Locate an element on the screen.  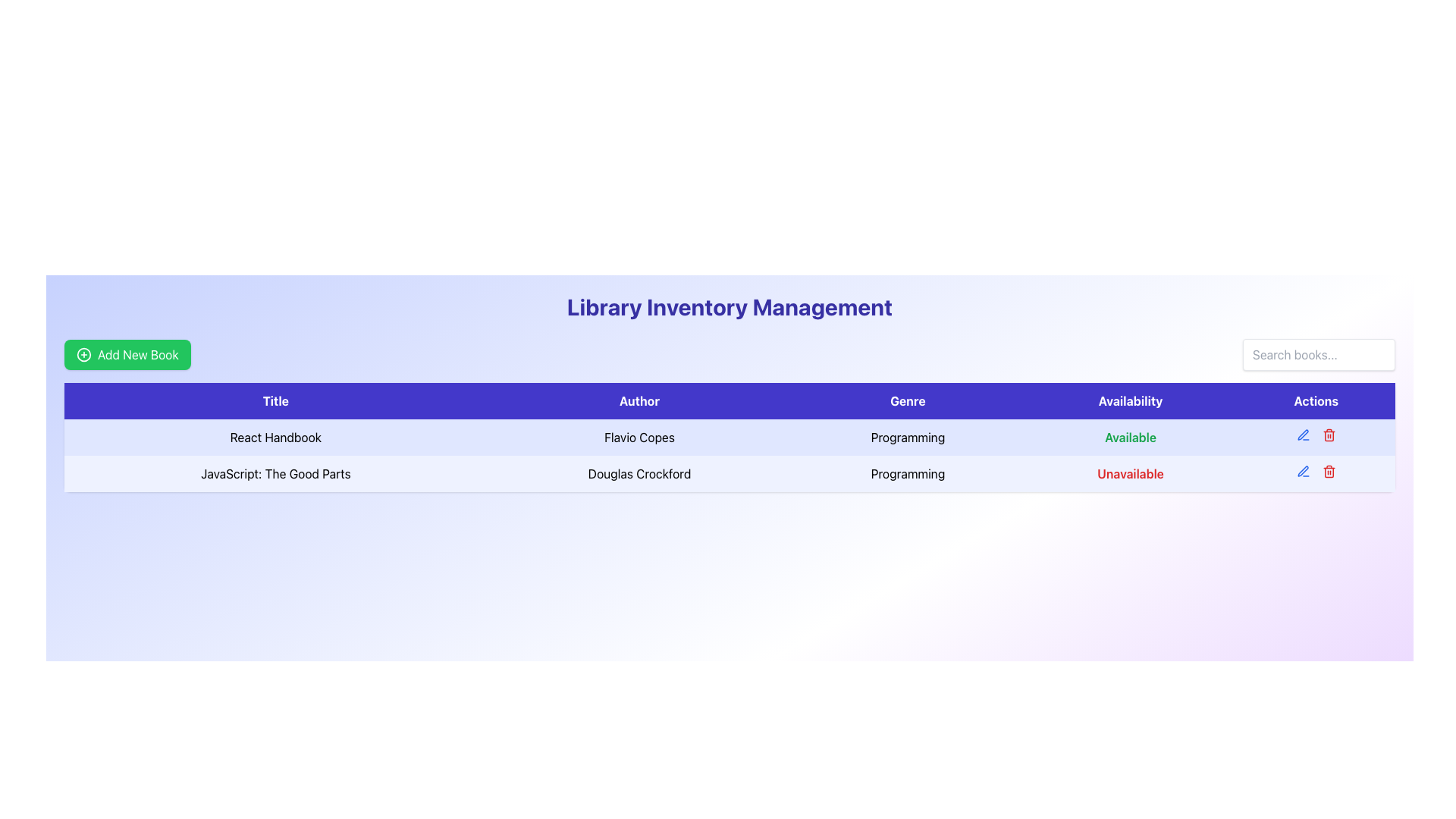
the search field for books, which is located at the top-right corner of the interface, to indicate focus with a ring is located at coordinates (1318, 354).